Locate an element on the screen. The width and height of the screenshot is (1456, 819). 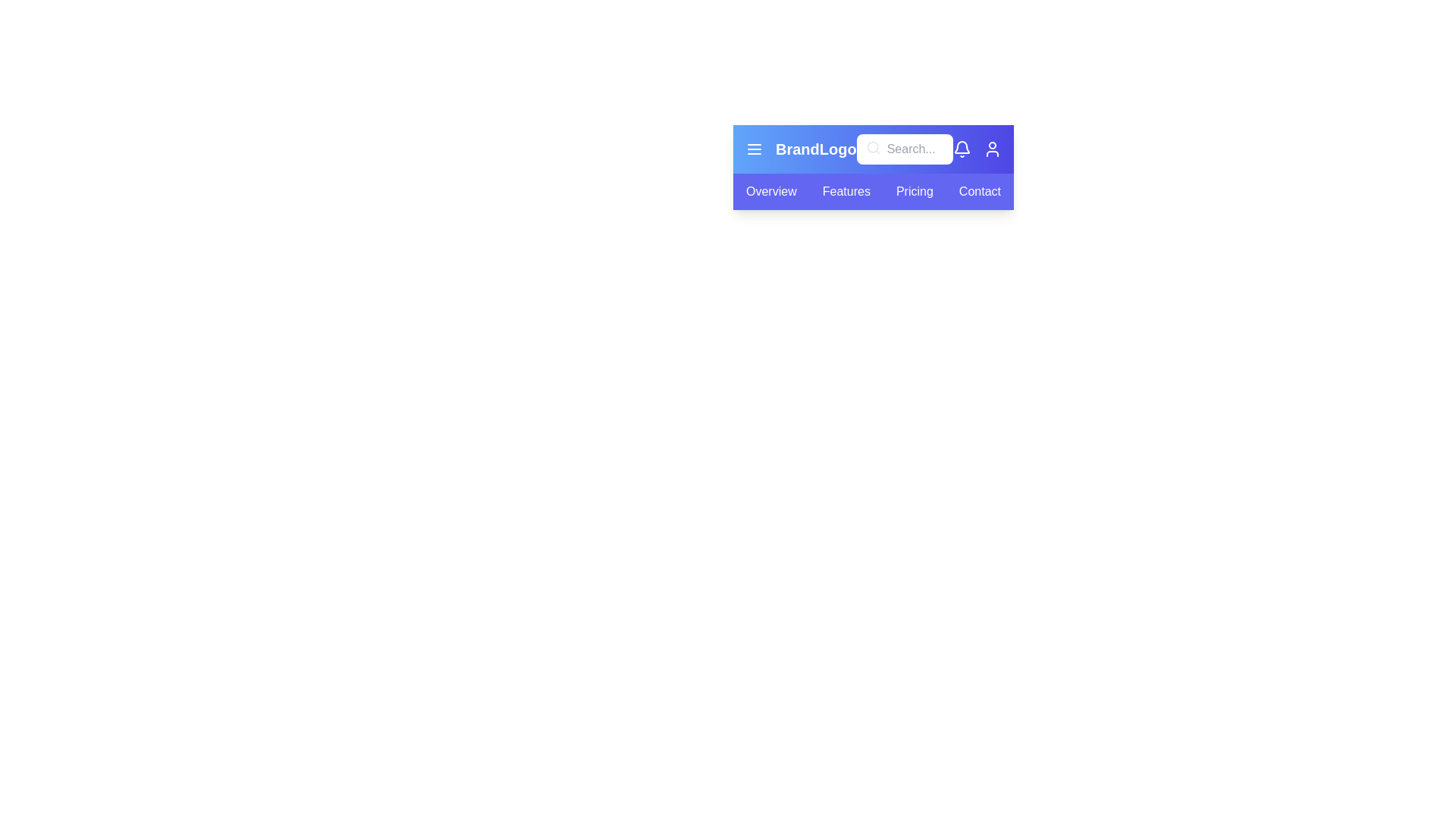
the menu icon to toggle the menu visibility is located at coordinates (754, 149).